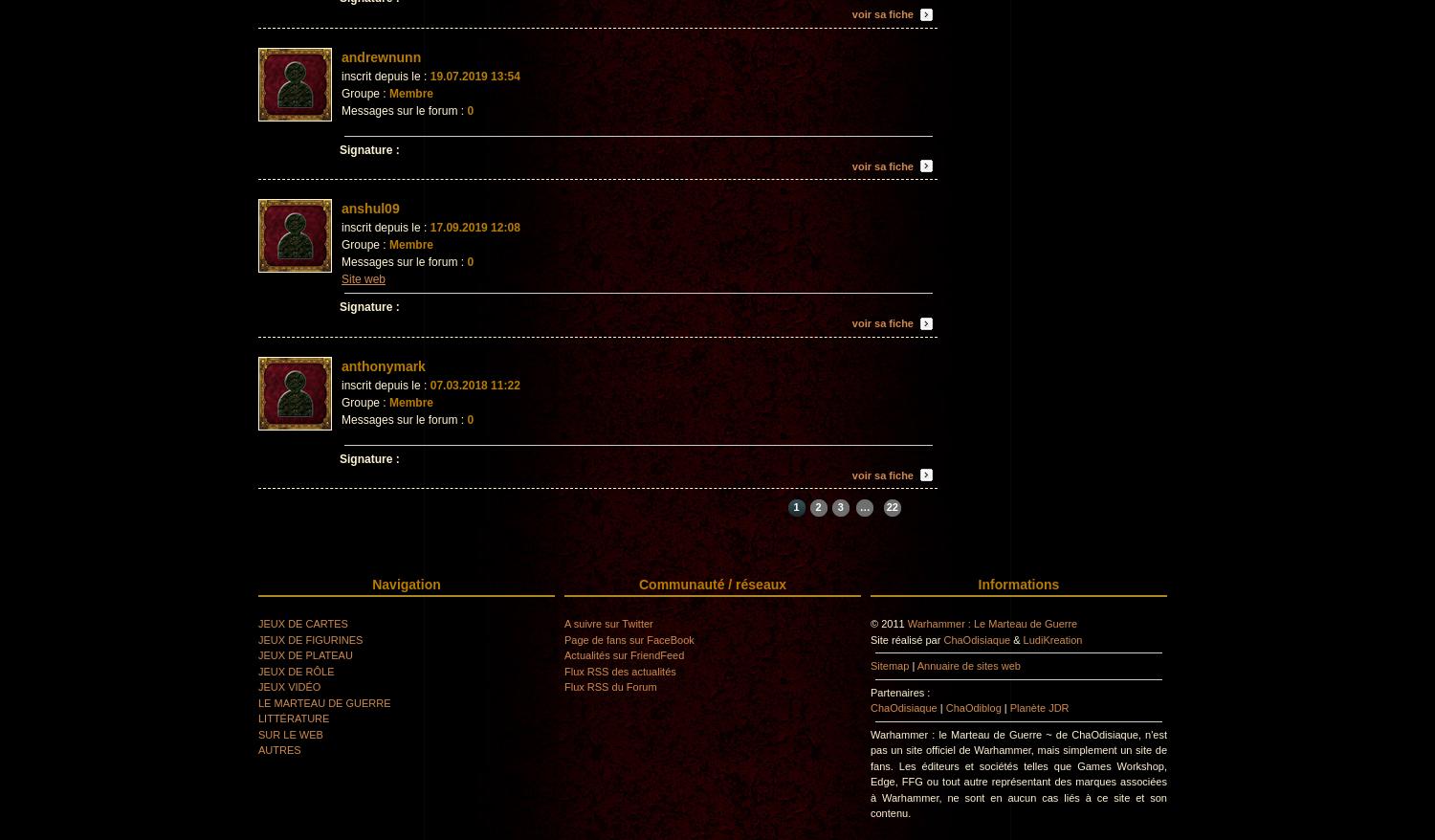  Describe the element at coordinates (944, 706) in the screenshot. I see `'ChaOdiblog'` at that location.